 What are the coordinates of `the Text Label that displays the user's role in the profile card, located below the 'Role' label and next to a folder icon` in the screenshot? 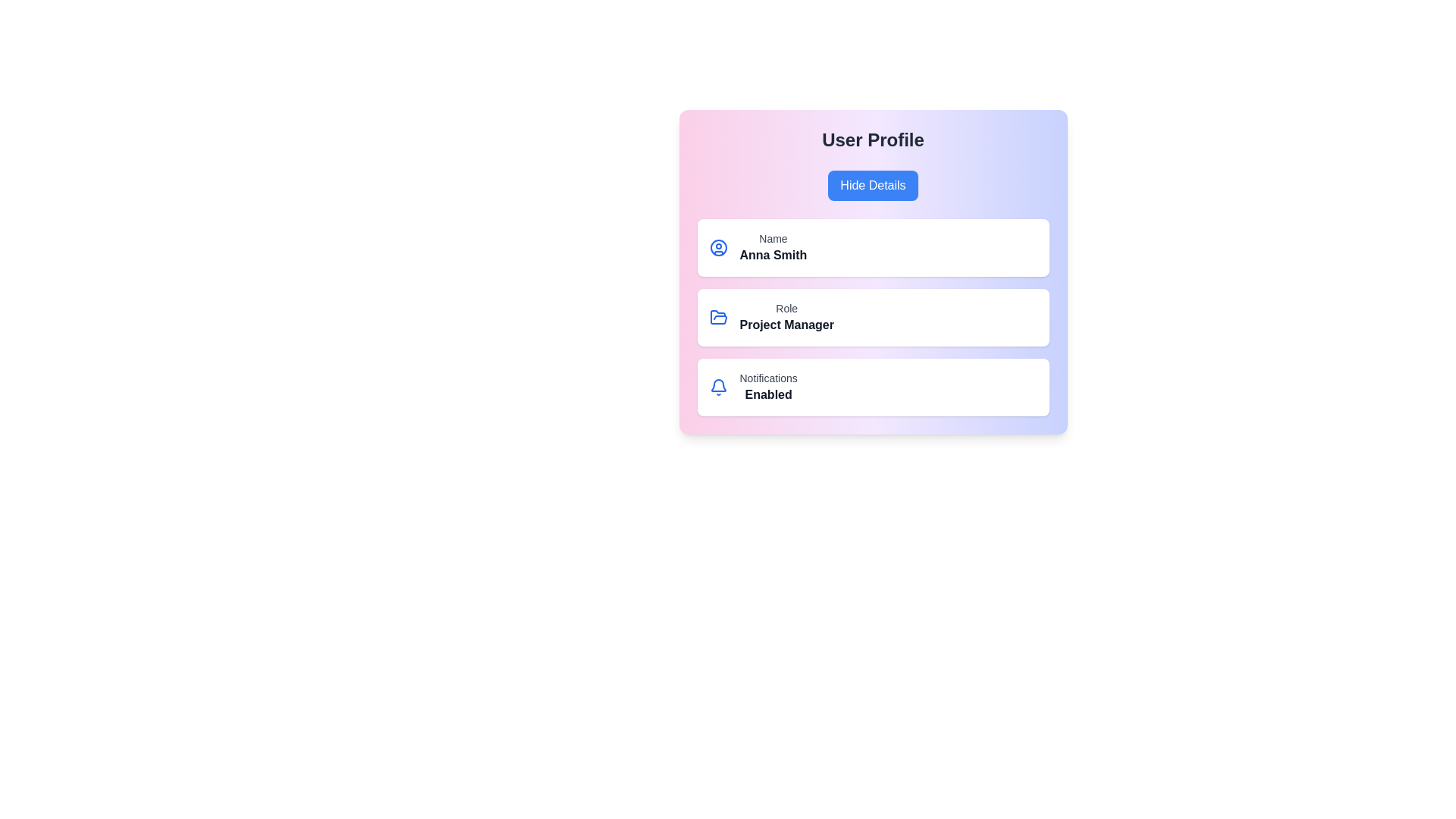 It's located at (786, 324).